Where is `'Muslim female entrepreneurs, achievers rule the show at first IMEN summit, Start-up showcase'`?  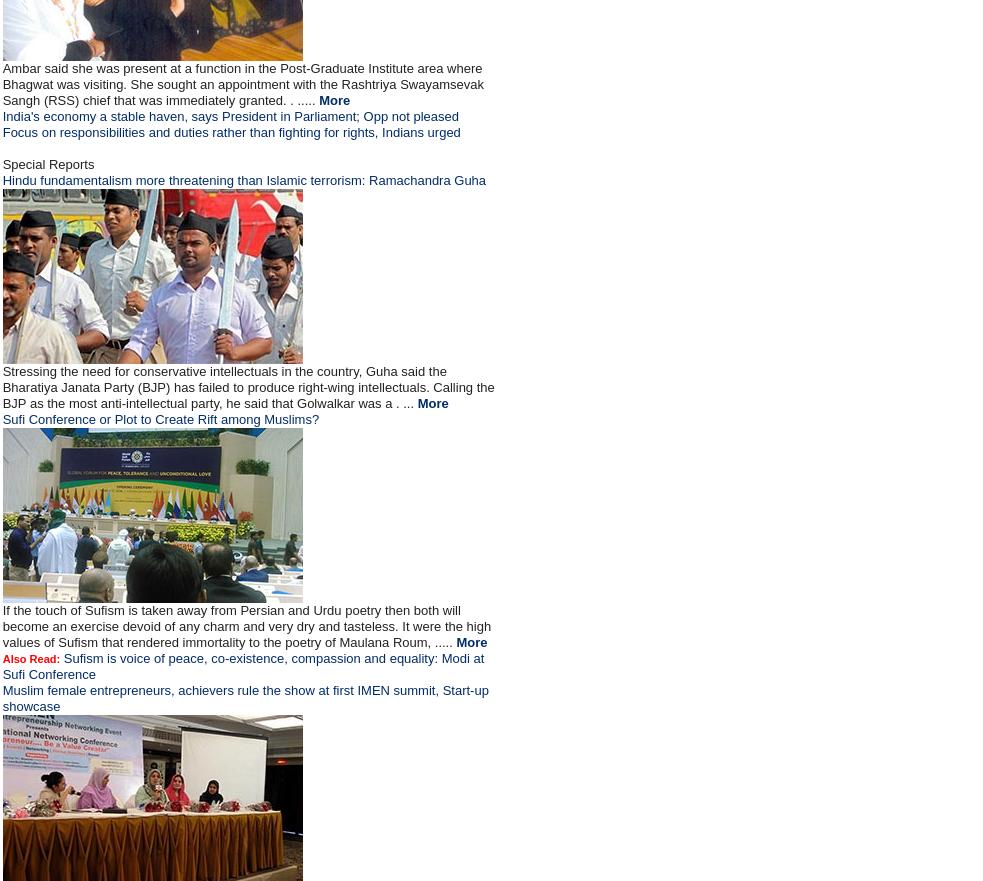
'Muslim female entrepreneurs, achievers rule the show at first IMEN summit, Start-up showcase' is located at coordinates (244, 697).